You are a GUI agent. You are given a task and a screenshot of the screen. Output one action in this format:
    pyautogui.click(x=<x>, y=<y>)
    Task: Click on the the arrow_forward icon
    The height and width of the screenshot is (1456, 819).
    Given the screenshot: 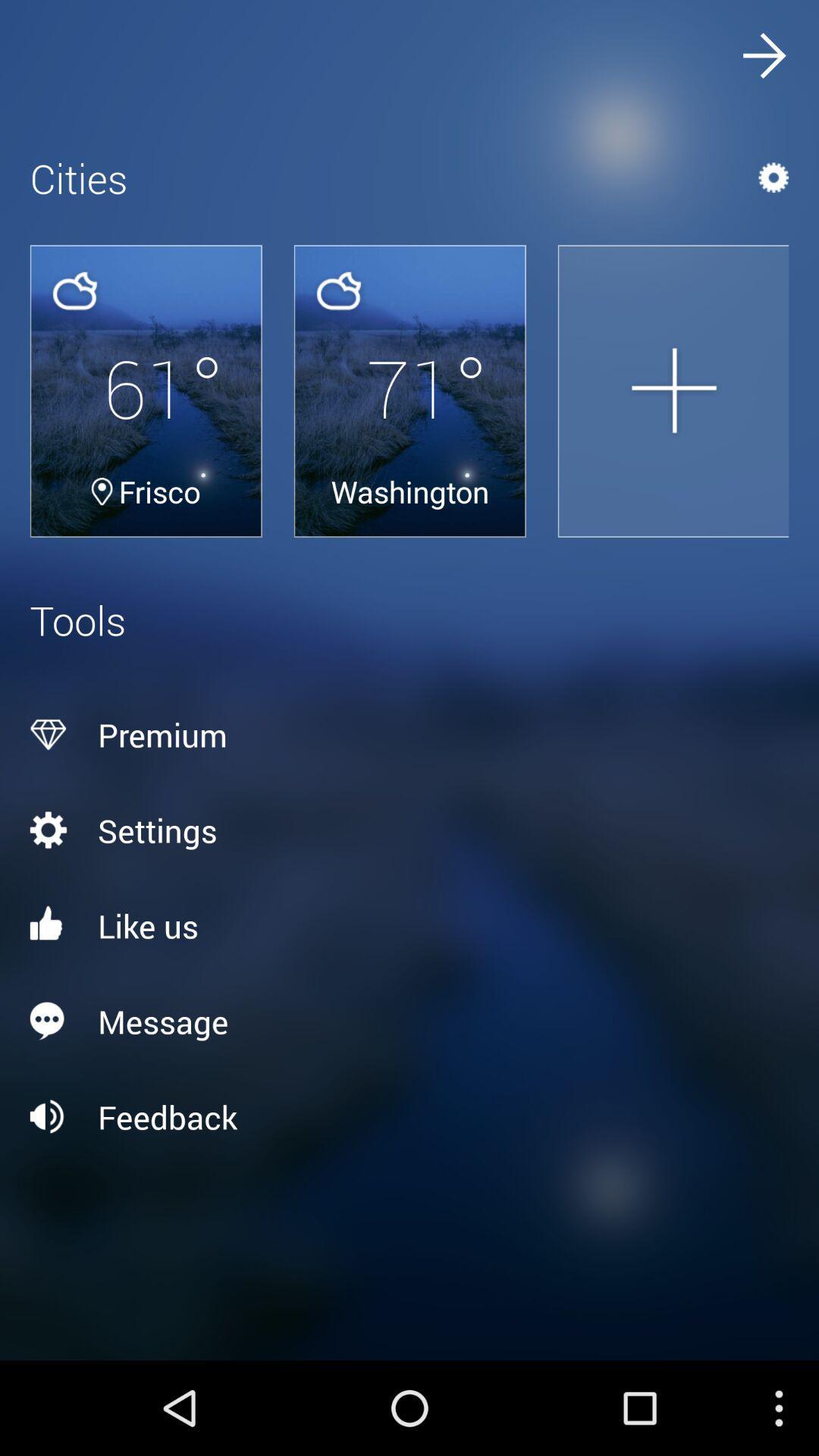 What is the action you would take?
    pyautogui.click(x=763, y=59)
    